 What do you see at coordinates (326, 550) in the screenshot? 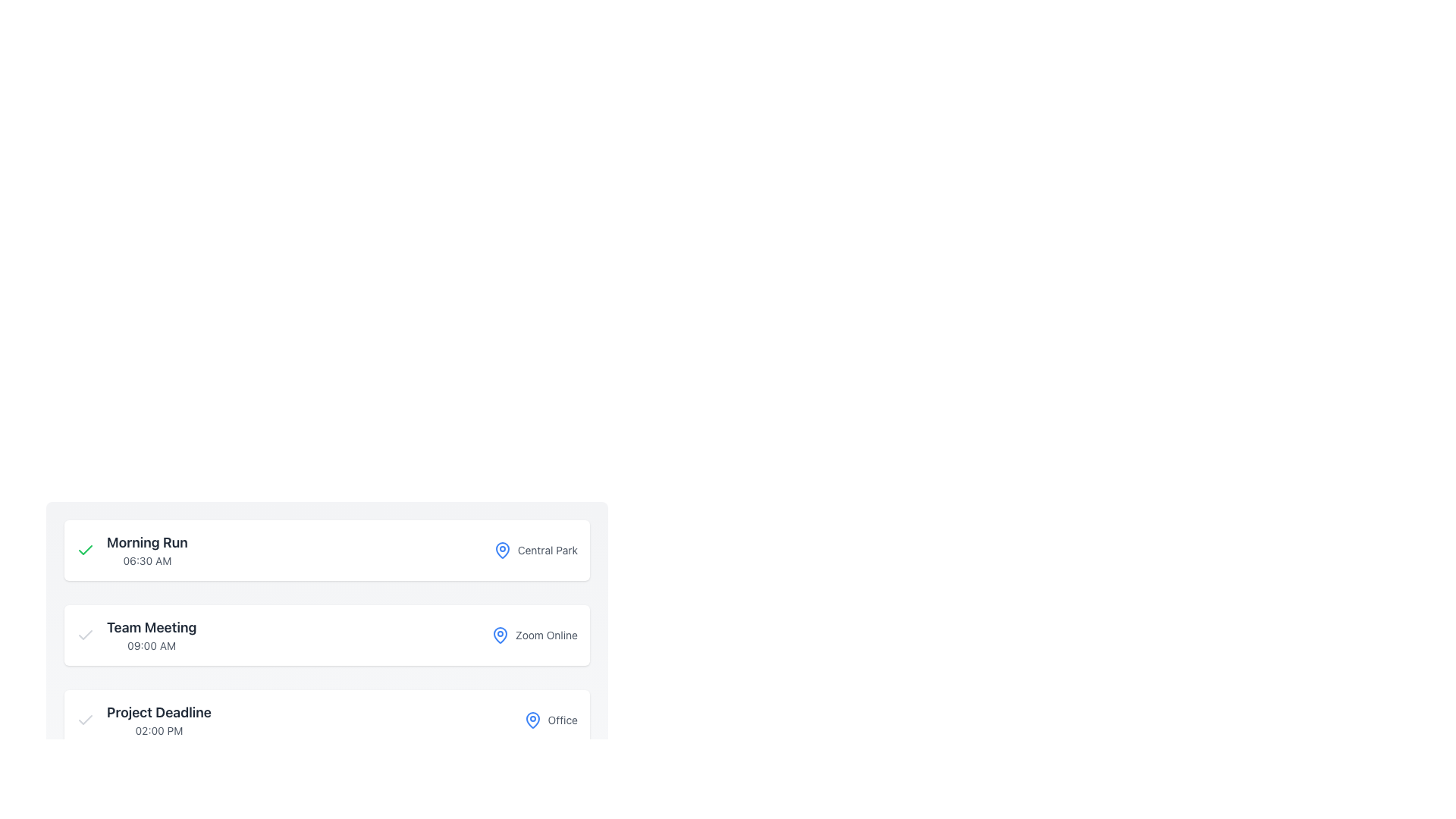
I see `the event panel at the top of the vertically stacked list` at bounding box center [326, 550].